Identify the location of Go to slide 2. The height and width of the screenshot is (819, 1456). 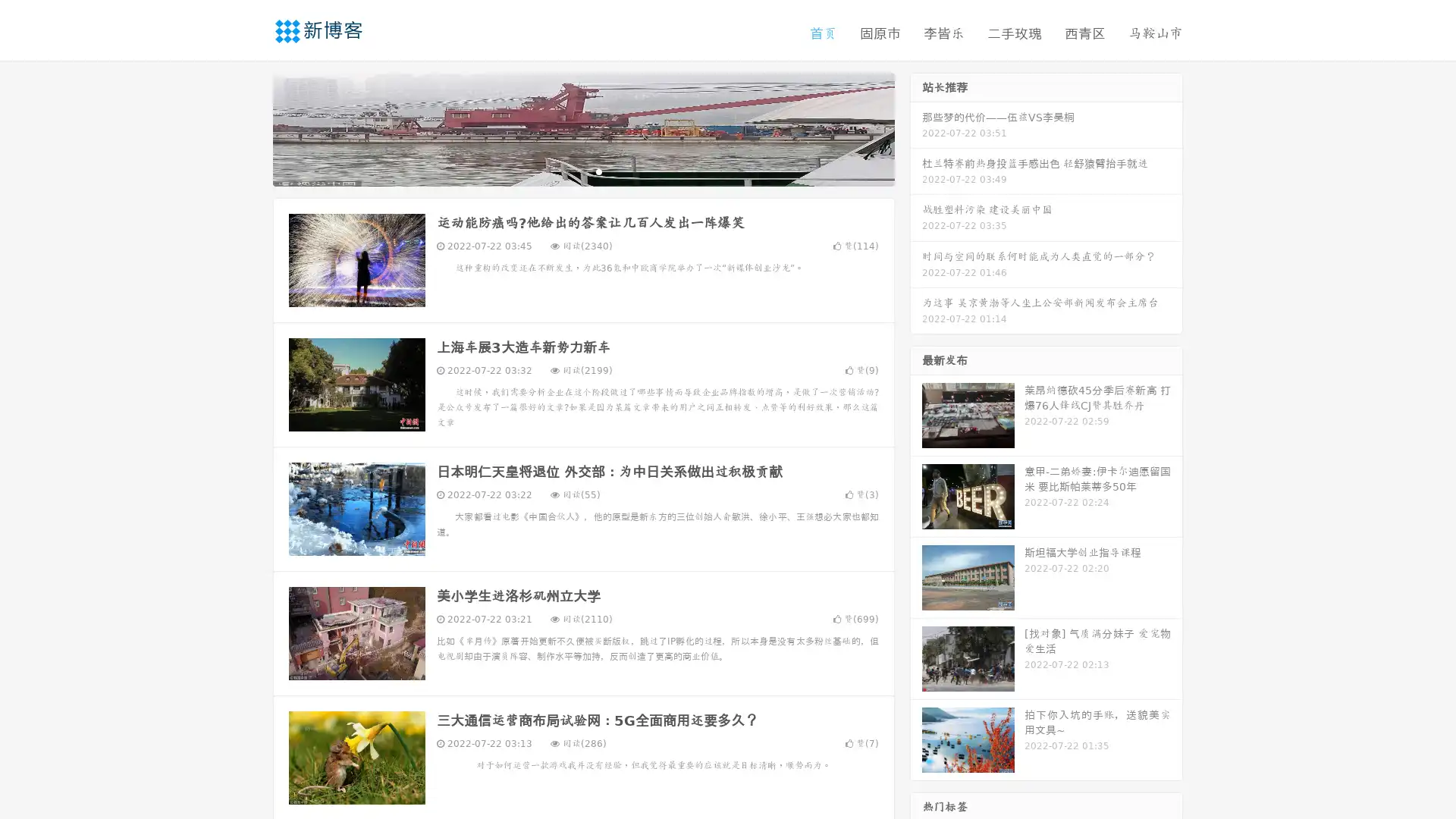
(582, 171).